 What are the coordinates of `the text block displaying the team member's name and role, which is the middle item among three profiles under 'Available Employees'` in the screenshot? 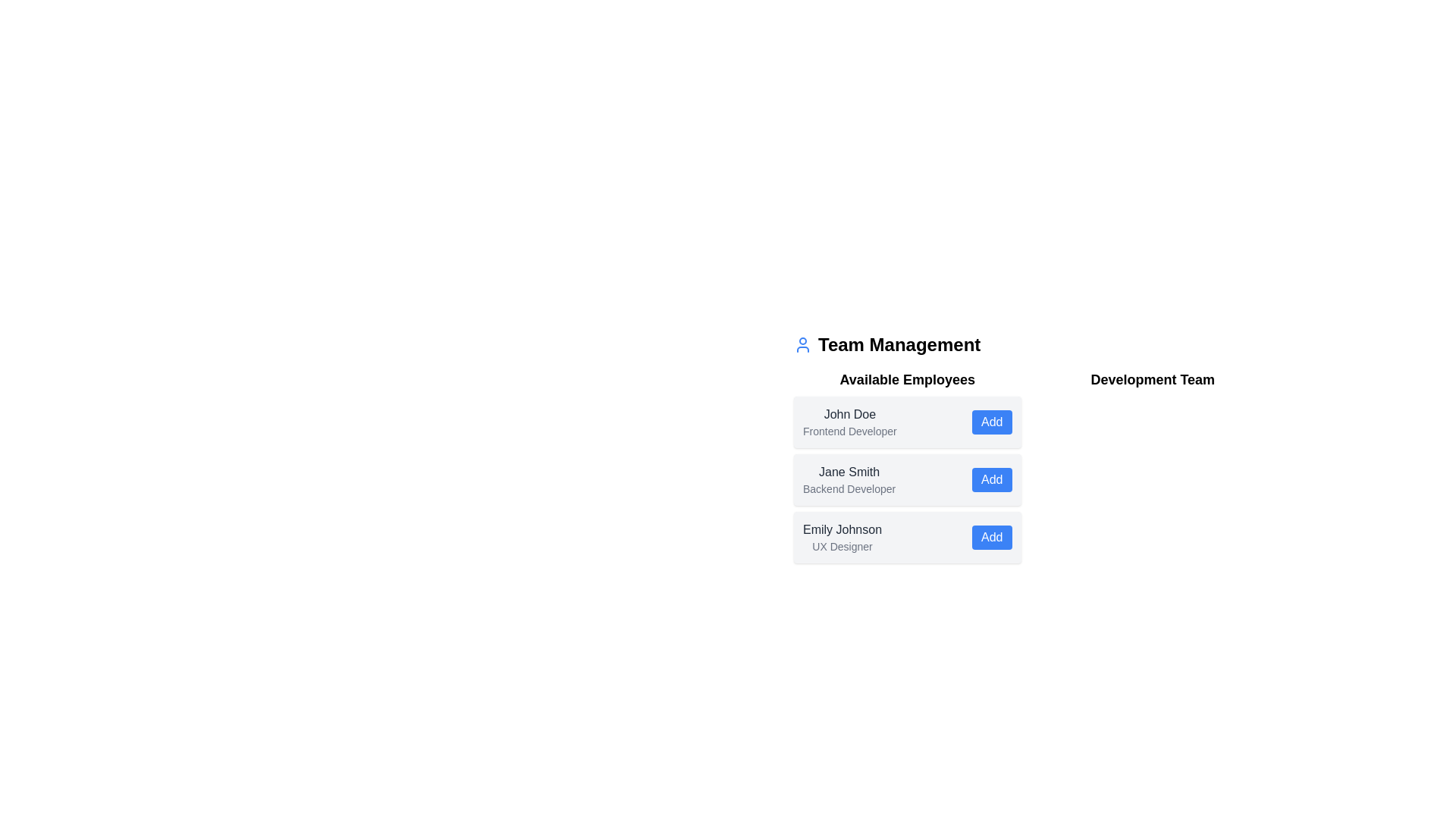 It's located at (849, 479).